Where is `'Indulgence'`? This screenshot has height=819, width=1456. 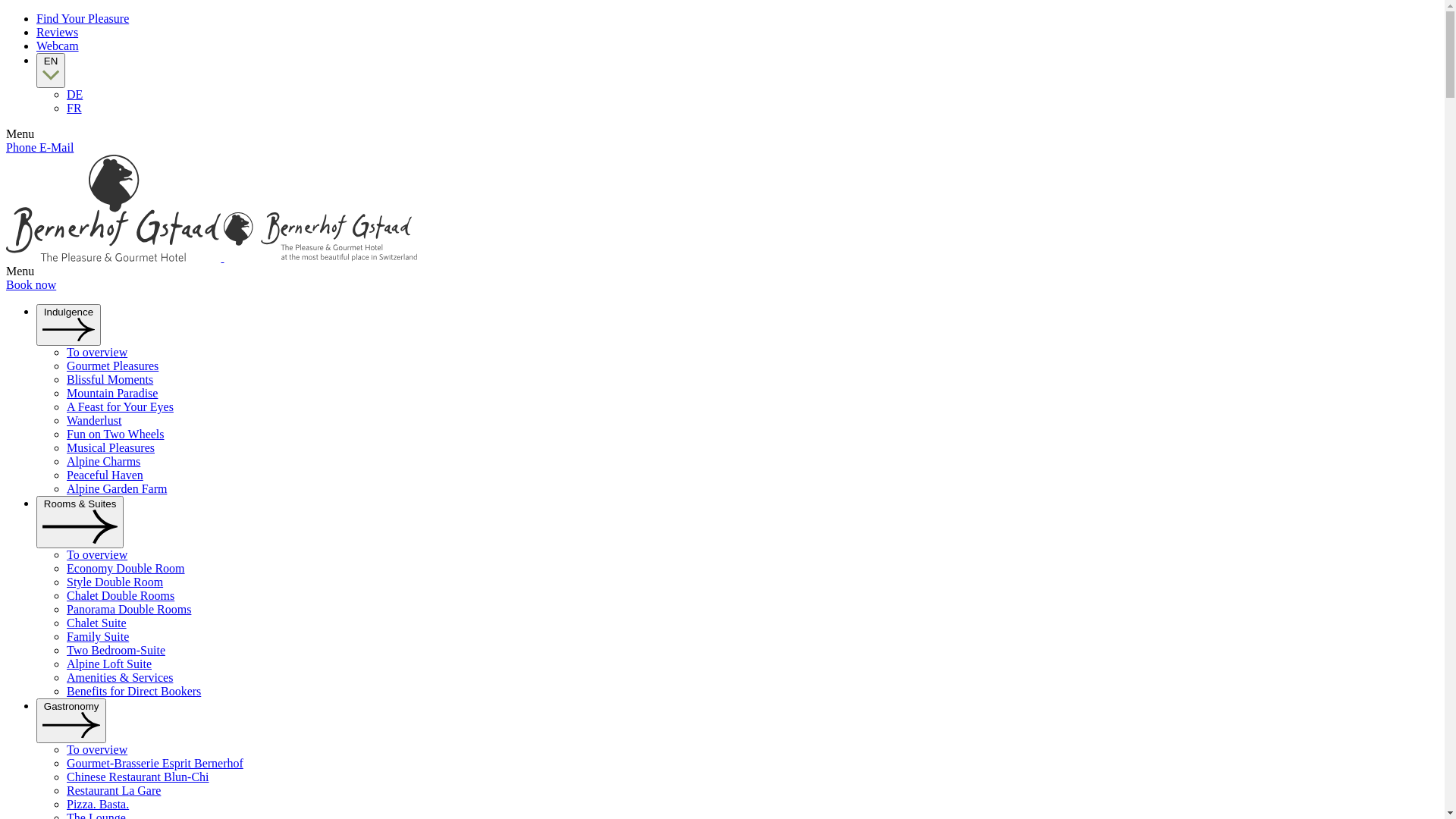
'Indulgence' is located at coordinates (67, 324).